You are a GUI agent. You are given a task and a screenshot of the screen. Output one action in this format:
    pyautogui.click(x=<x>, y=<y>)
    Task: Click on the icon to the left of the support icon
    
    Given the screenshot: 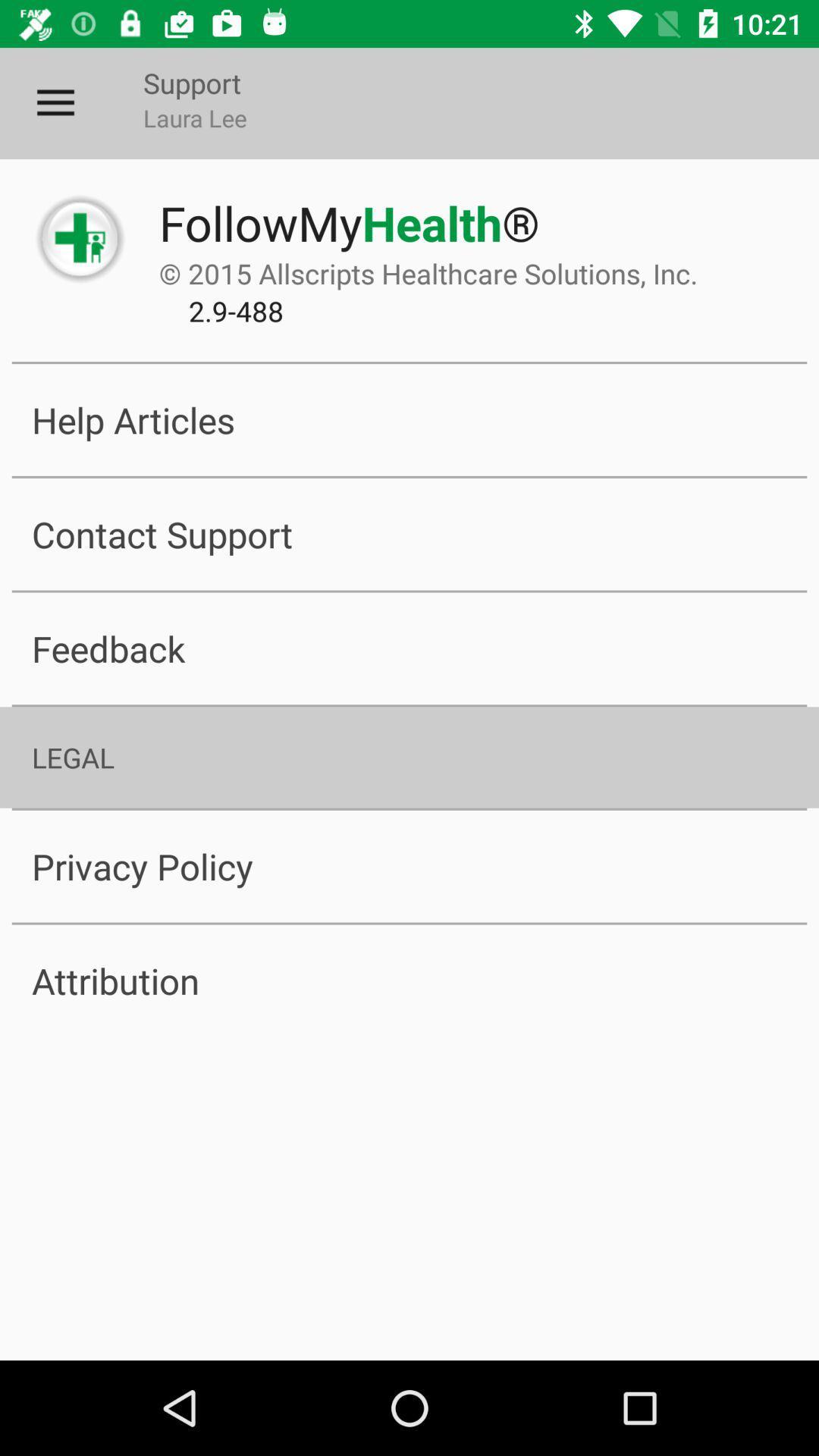 What is the action you would take?
    pyautogui.click(x=55, y=102)
    